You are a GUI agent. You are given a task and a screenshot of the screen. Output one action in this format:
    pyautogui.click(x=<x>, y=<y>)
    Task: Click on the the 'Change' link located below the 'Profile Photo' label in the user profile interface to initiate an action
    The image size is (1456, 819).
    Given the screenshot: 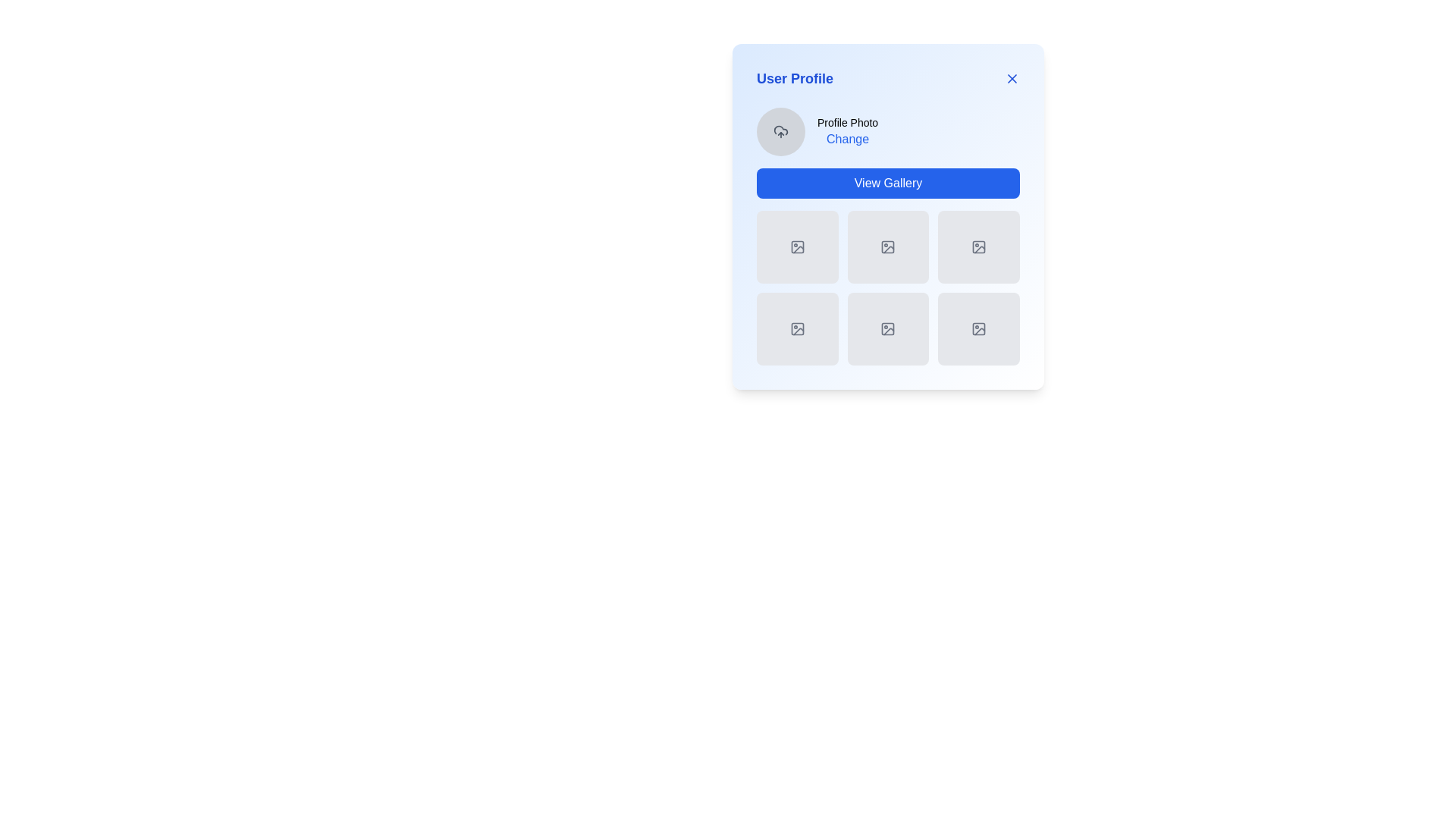 What is the action you would take?
    pyautogui.click(x=847, y=130)
    